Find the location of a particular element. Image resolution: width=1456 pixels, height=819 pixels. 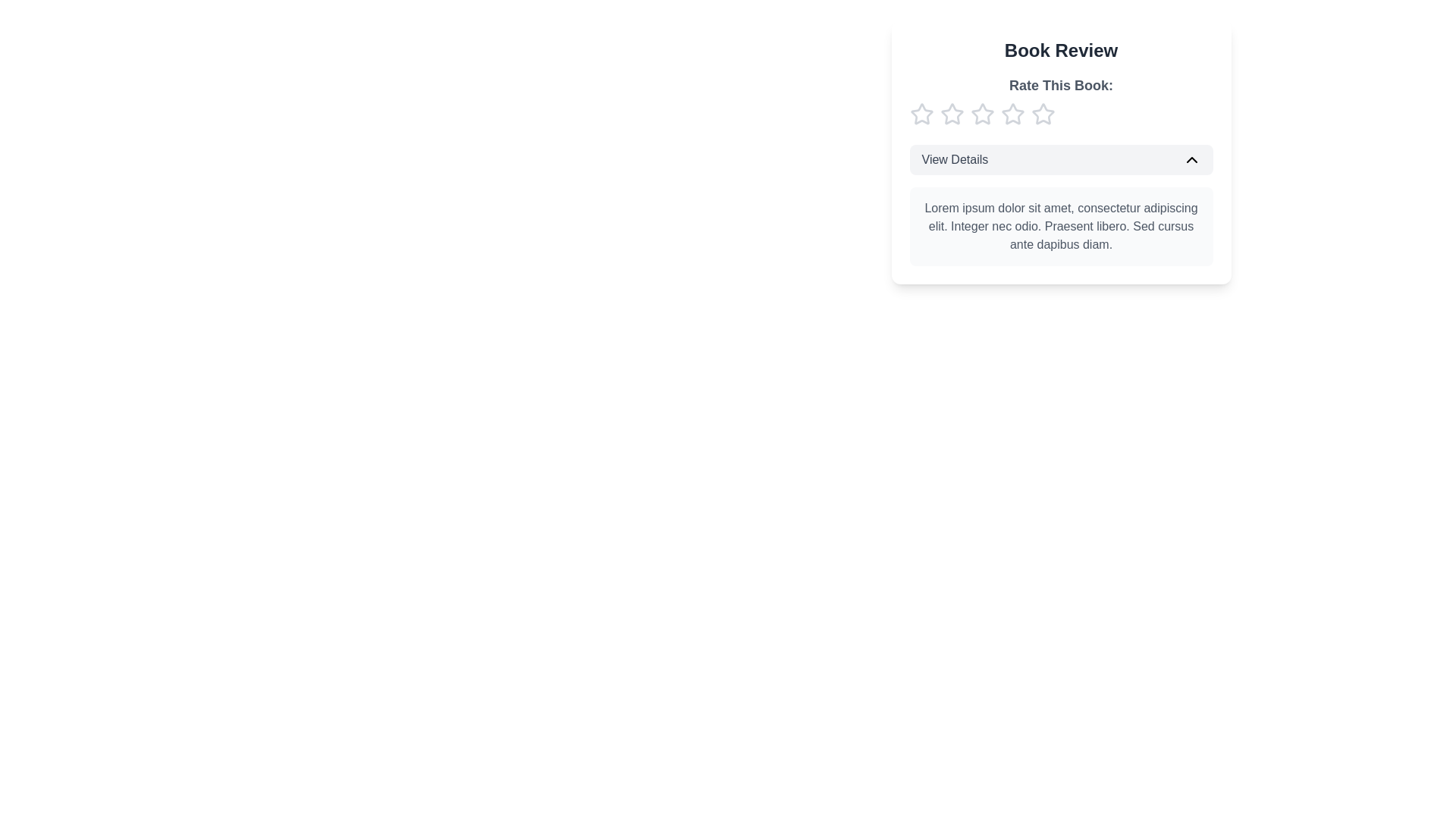

the third hollow star icon in gray color is located at coordinates (982, 113).